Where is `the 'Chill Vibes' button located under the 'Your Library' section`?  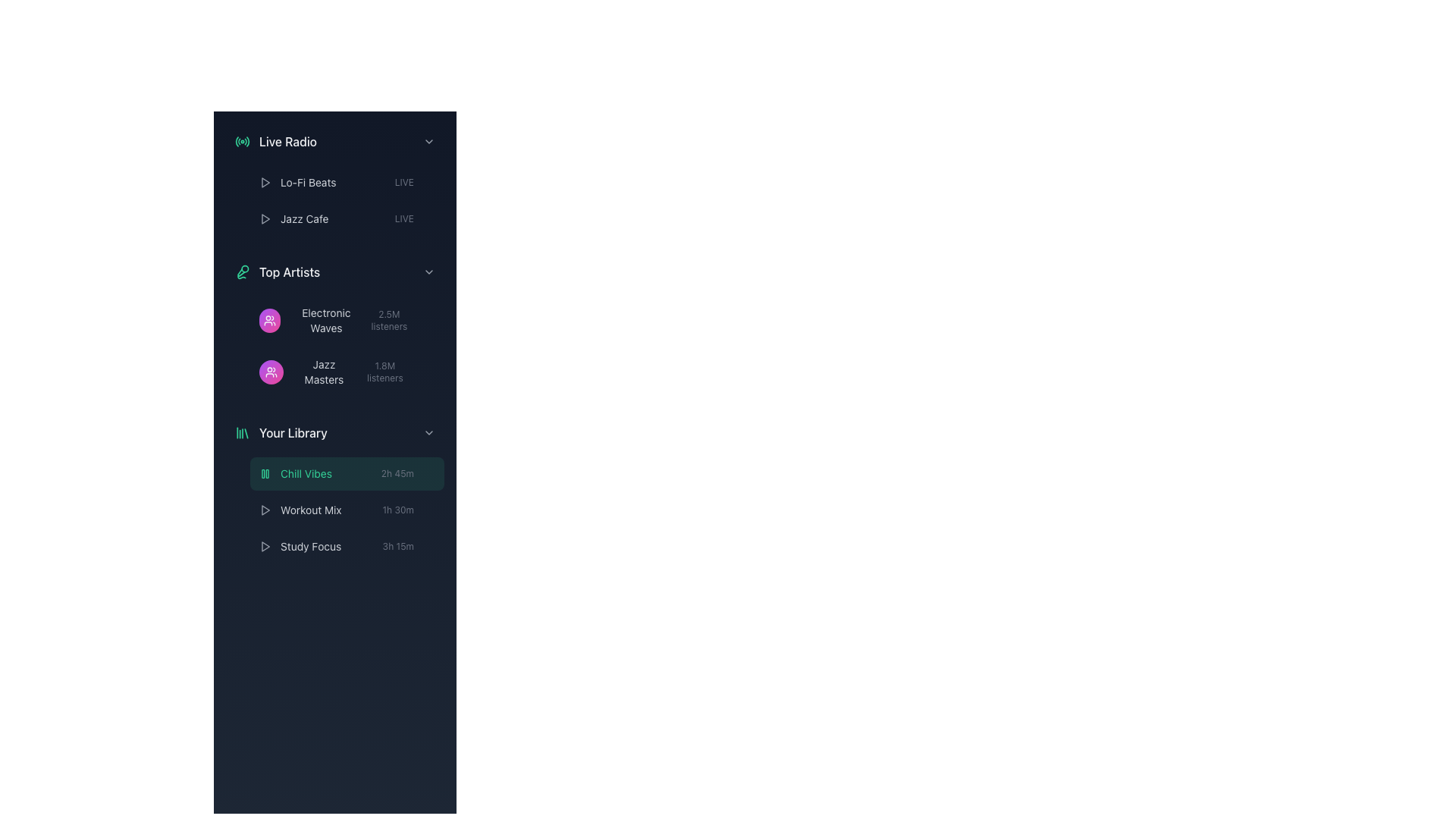
the 'Chill Vibes' button located under the 'Your Library' section is located at coordinates (334, 488).